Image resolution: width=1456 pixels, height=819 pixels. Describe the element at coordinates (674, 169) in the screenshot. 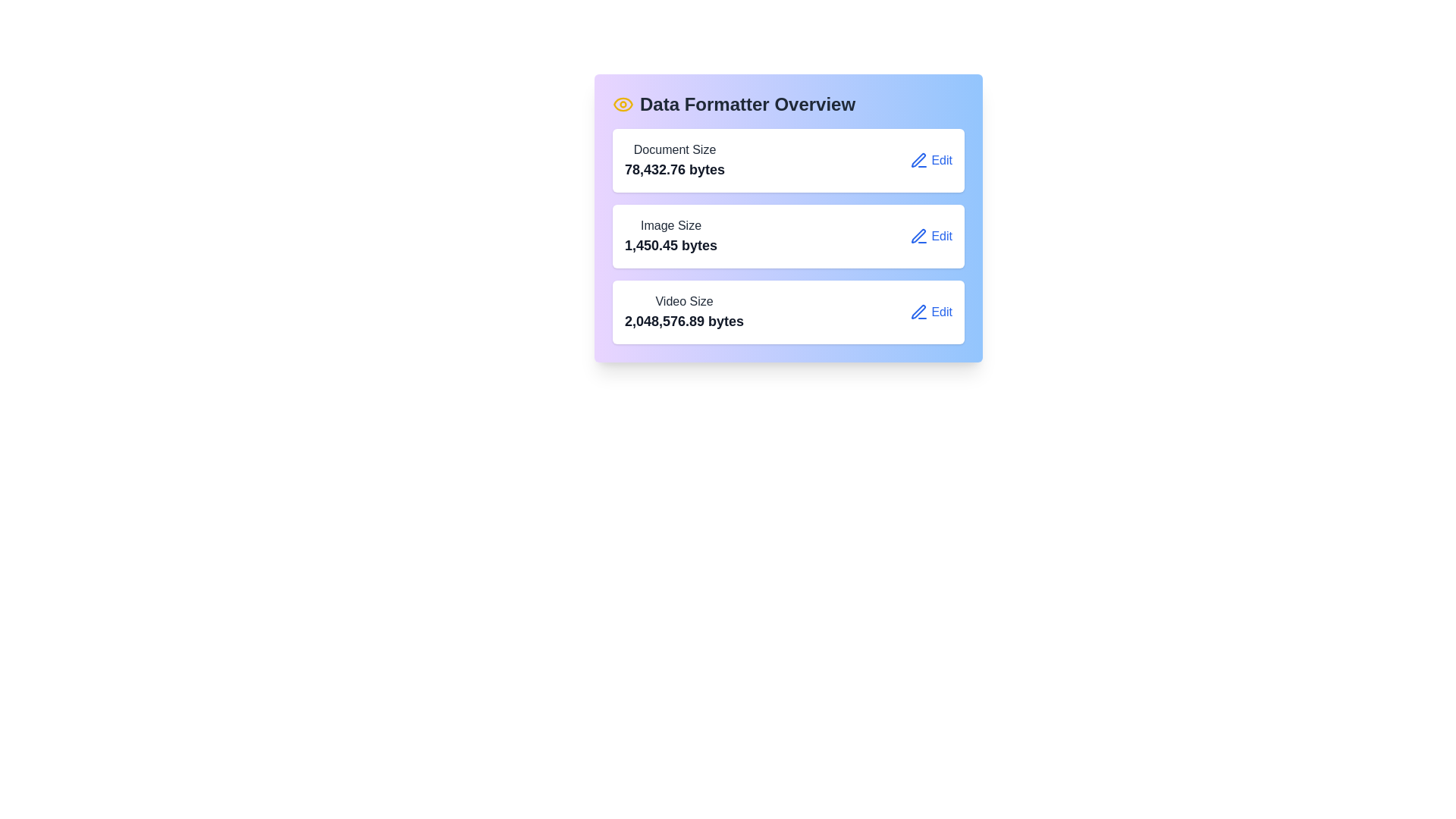

I see `the static text displaying '78,432.76 bytes' which is bold and dark gray, located beneath 'Document Size' in the 'Data Formatter Overview' panel` at that location.